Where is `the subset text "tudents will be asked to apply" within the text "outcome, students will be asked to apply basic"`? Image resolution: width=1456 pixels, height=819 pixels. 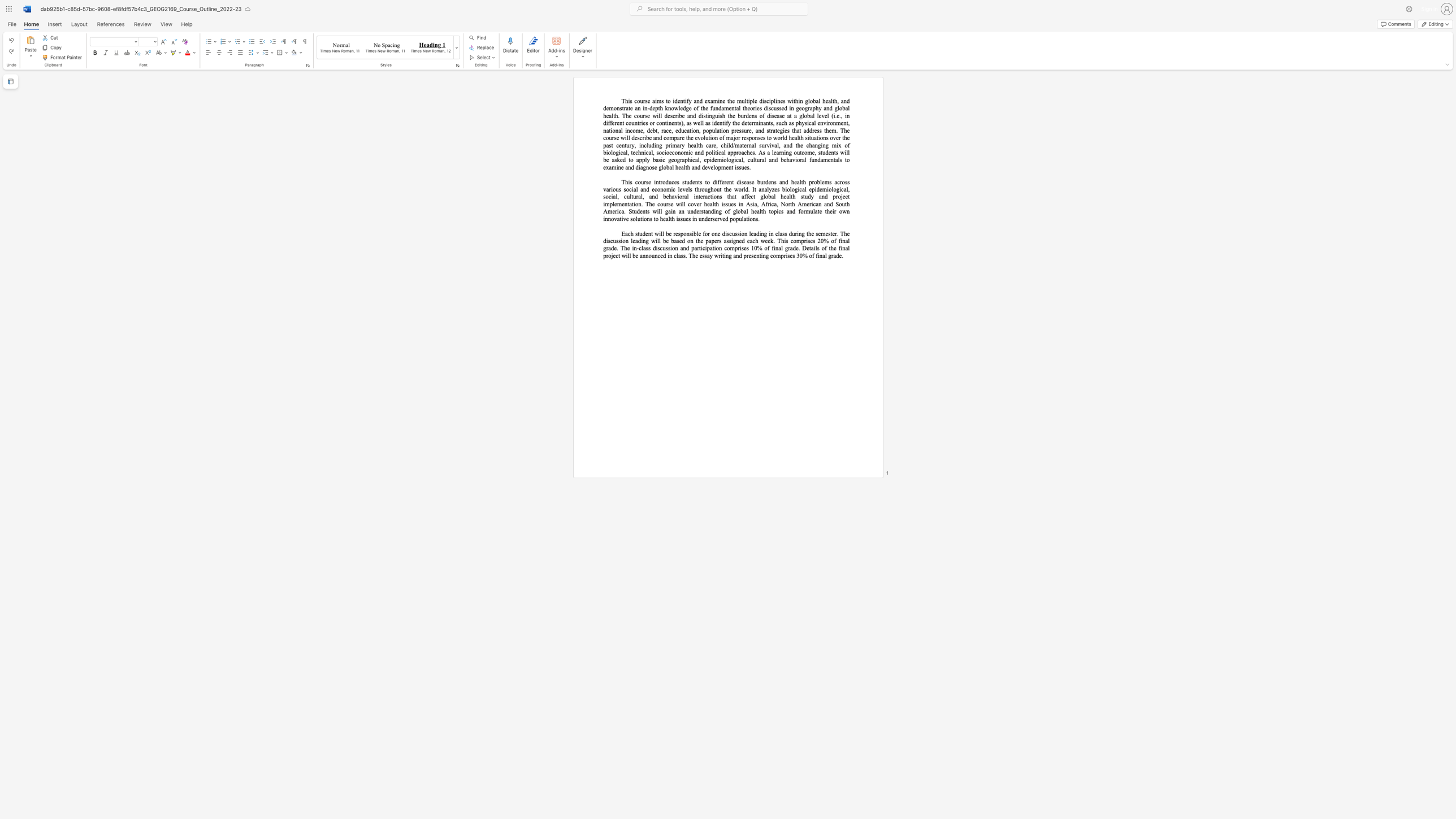
the subset text "tudents will be asked to apply" within the text "outcome, students will be asked to apply basic" is located at coordinates (820, 153).